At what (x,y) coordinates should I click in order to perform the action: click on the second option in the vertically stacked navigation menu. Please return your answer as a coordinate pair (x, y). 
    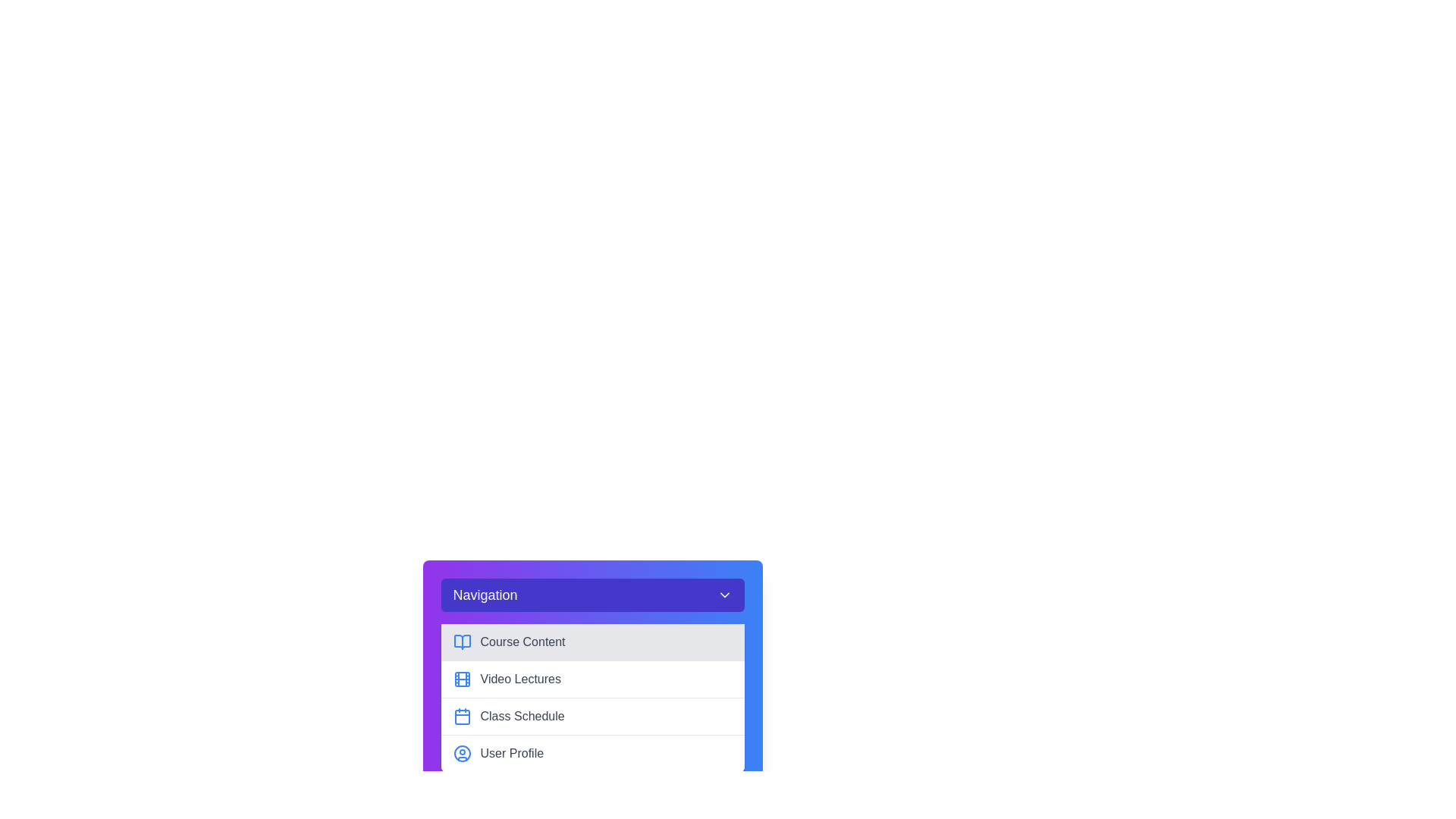
    Looking at the image, I should click on (591, 678).